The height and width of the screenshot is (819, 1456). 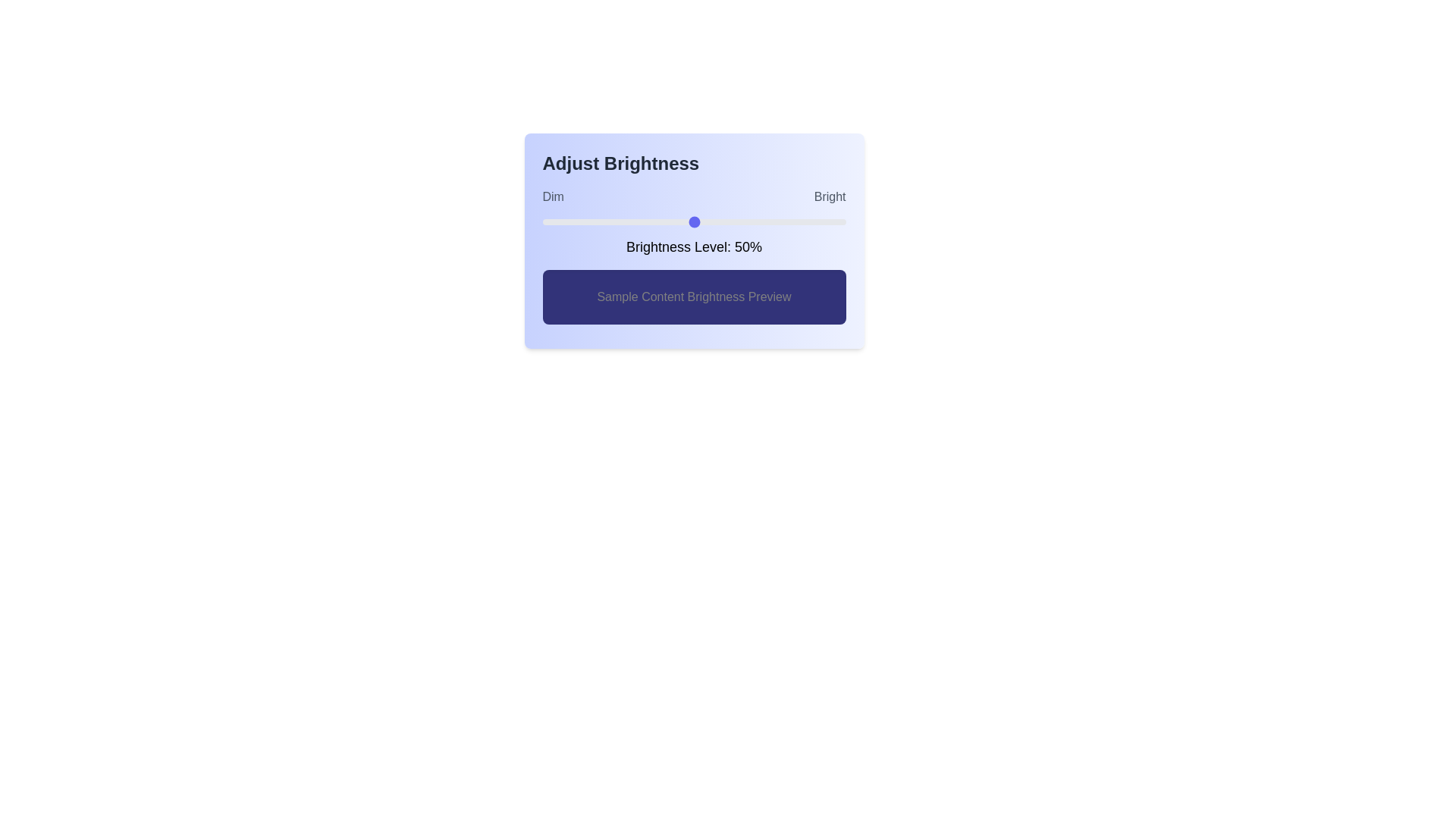 What do you see at coordinates (788, 222) in the screenshot?
I see `the brightness level to 81% by dragging the slider` at bounding box center [788, 222].